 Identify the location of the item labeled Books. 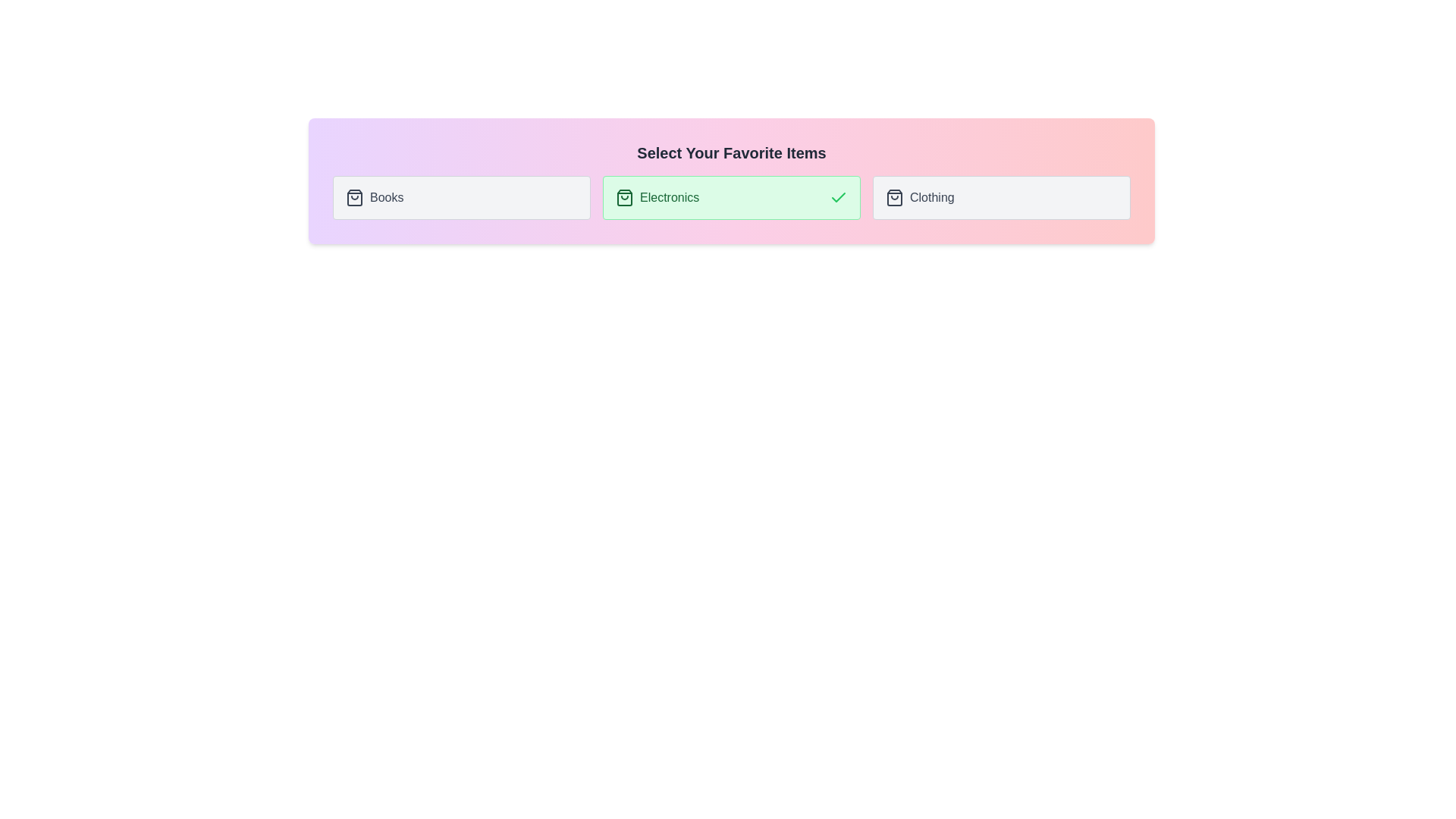
(461, 197).